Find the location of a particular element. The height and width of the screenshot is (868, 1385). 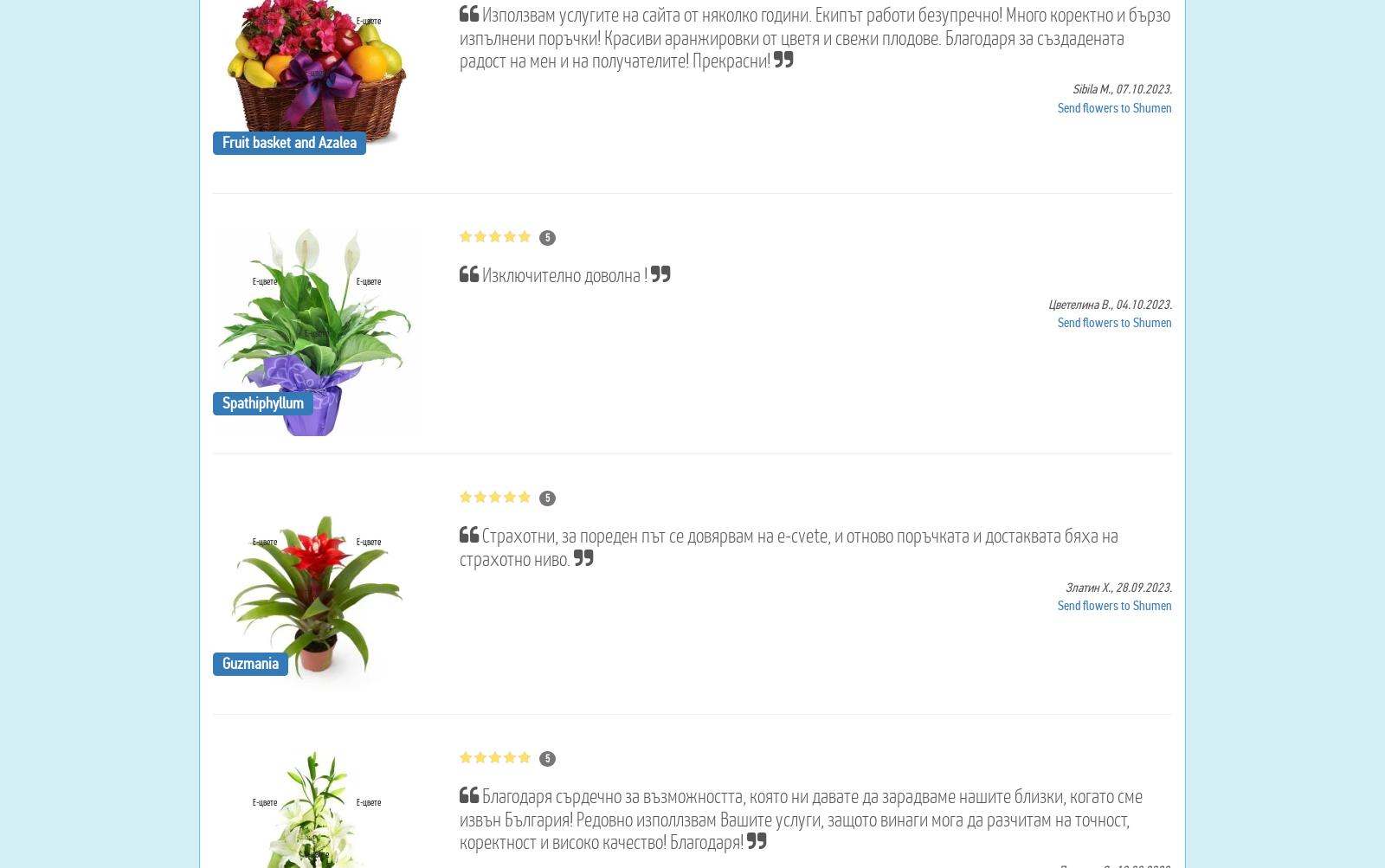

'Fruit basket and Azalea' is located at coordinates (288, 140).